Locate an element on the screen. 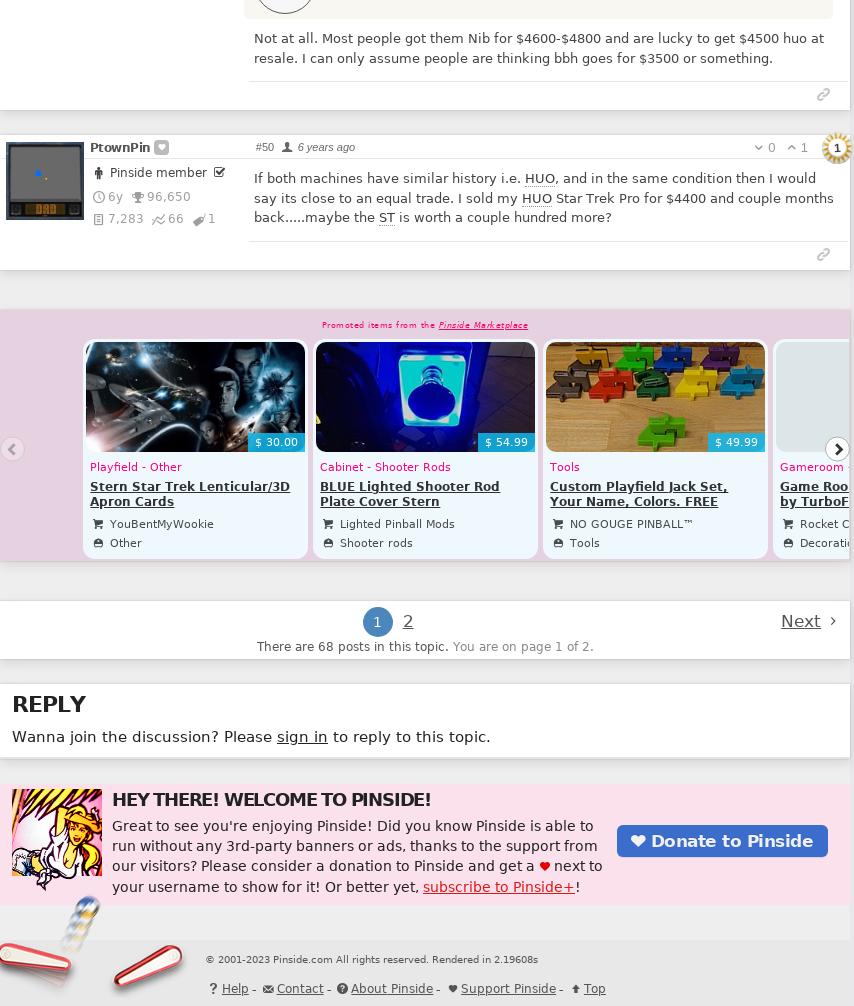 The image size is (854, 1006). 'ST' is located at coordinates (376, 217).